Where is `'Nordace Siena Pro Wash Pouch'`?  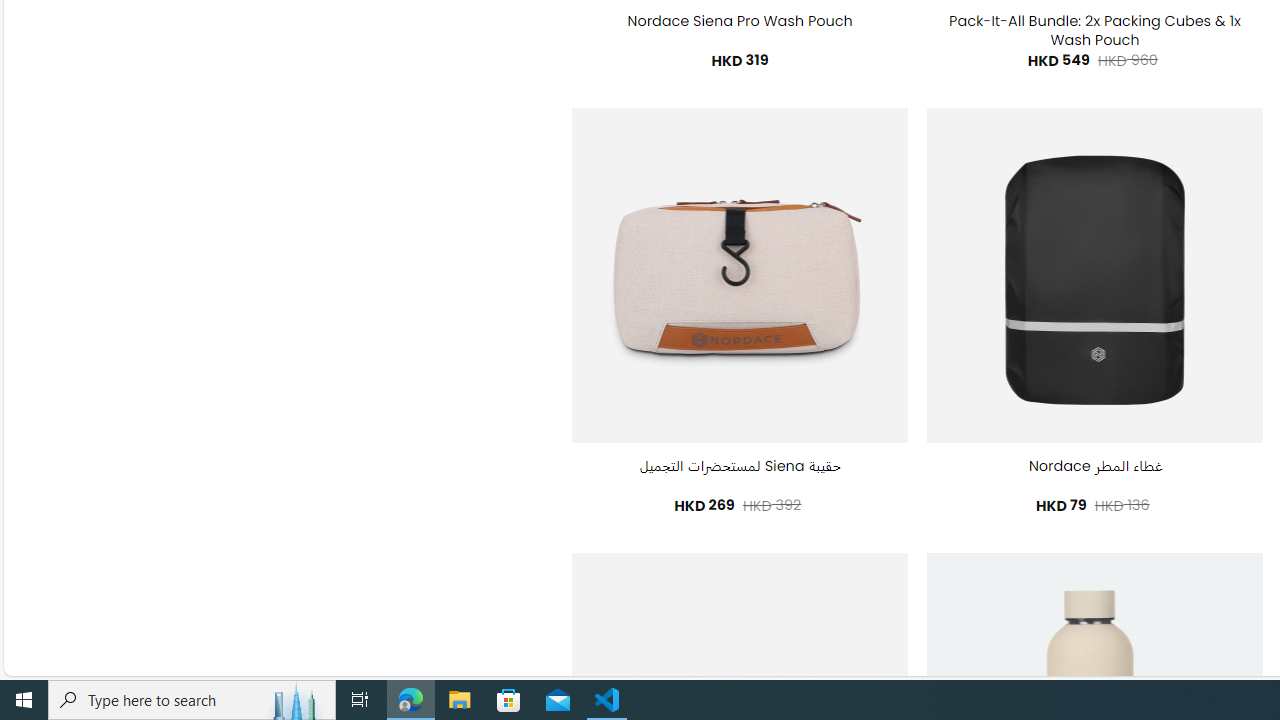
'Nordace Siena Pro Wash Pouch' is located at coordinates (738, 21).